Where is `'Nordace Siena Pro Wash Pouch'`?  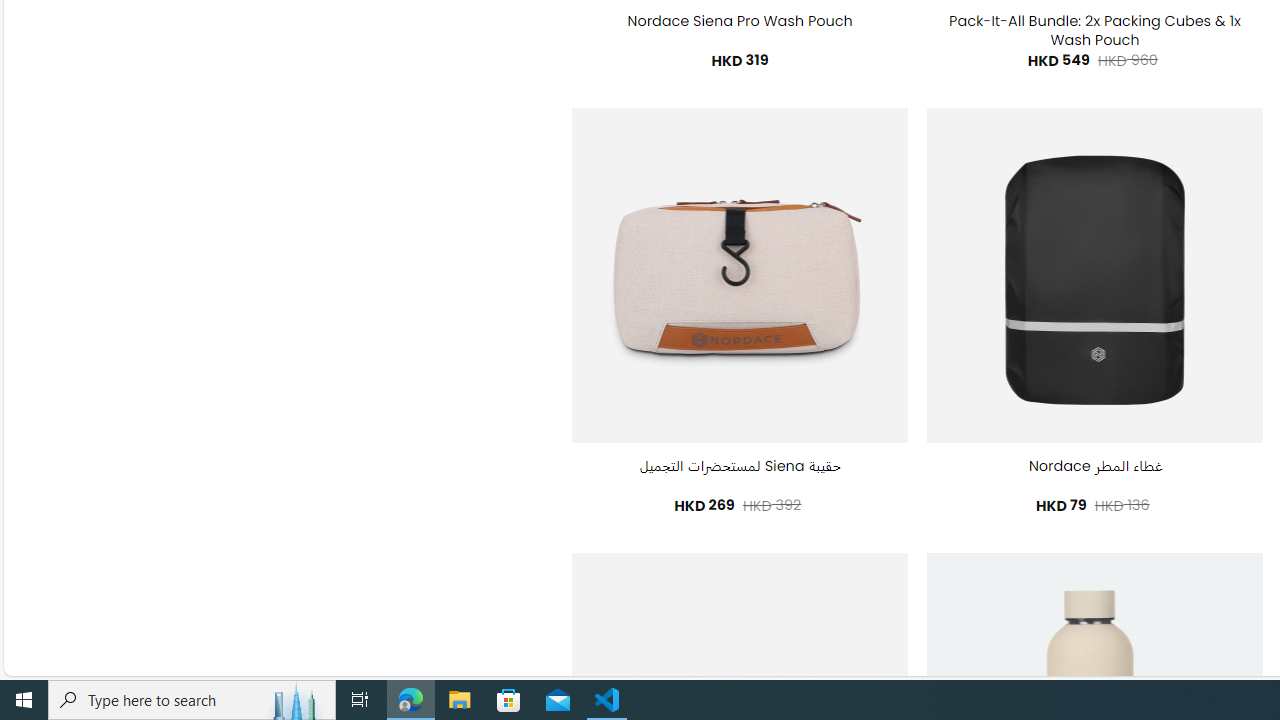
'Nordace Siena Pro Wash Pouch' is located at coordinates (738, 21).